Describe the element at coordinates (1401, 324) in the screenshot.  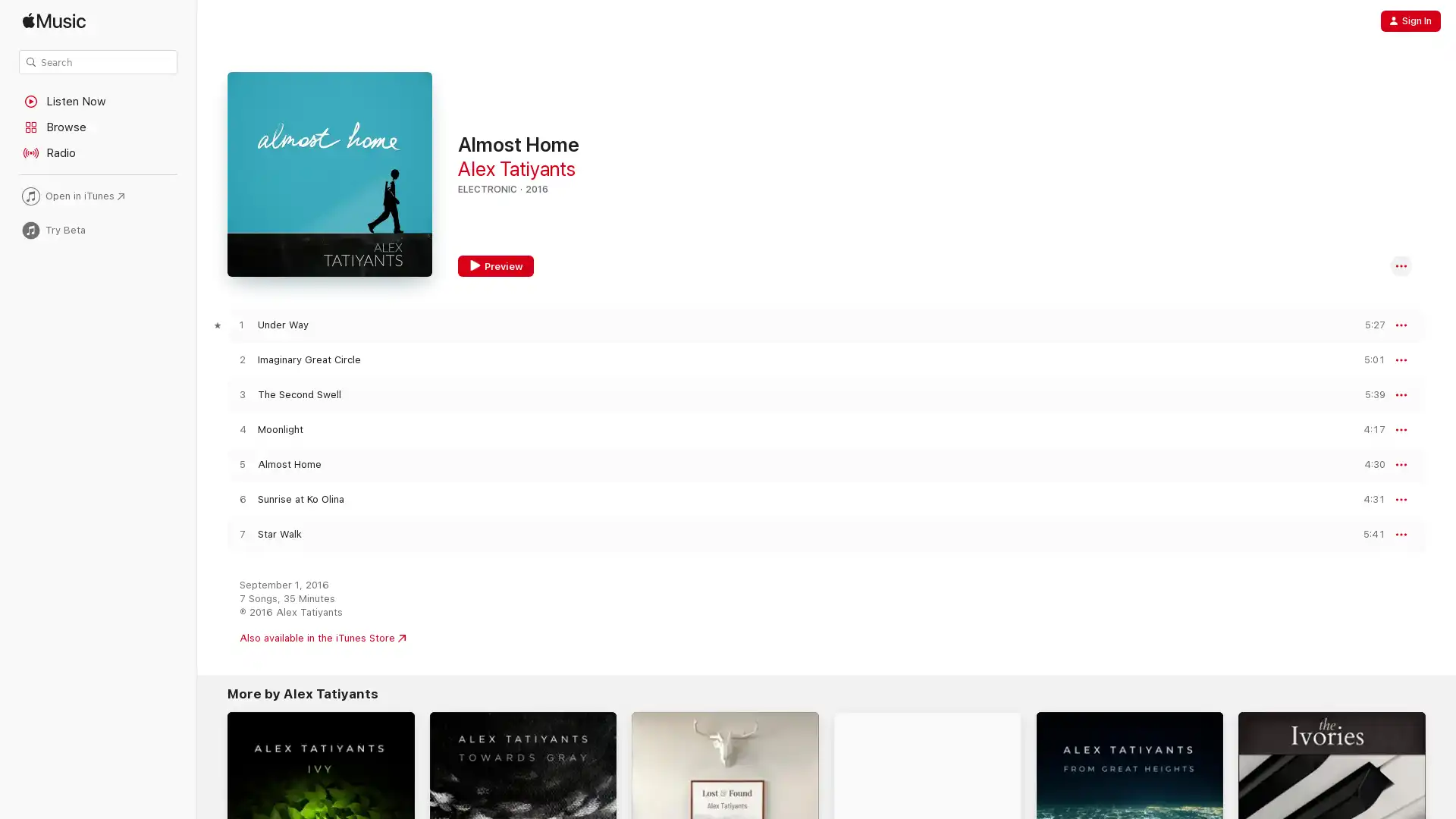
I see `More` at that location.